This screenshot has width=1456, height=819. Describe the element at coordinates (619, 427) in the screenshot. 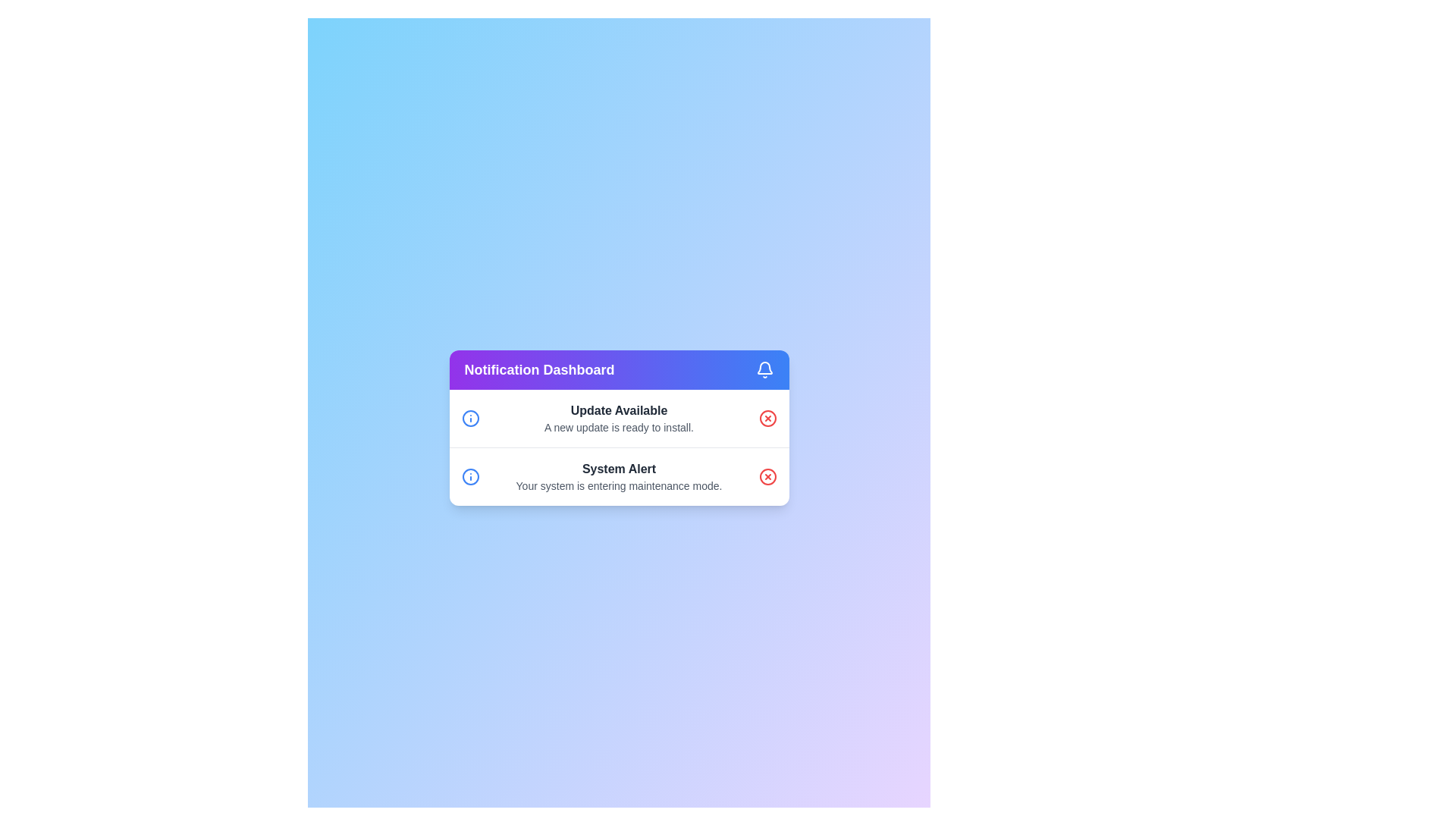

I see `the text label reading 'A new update is ready to install.' which is styled in a small-sized gray font and is located beneath the bolded label 'Update Available'` at that location.